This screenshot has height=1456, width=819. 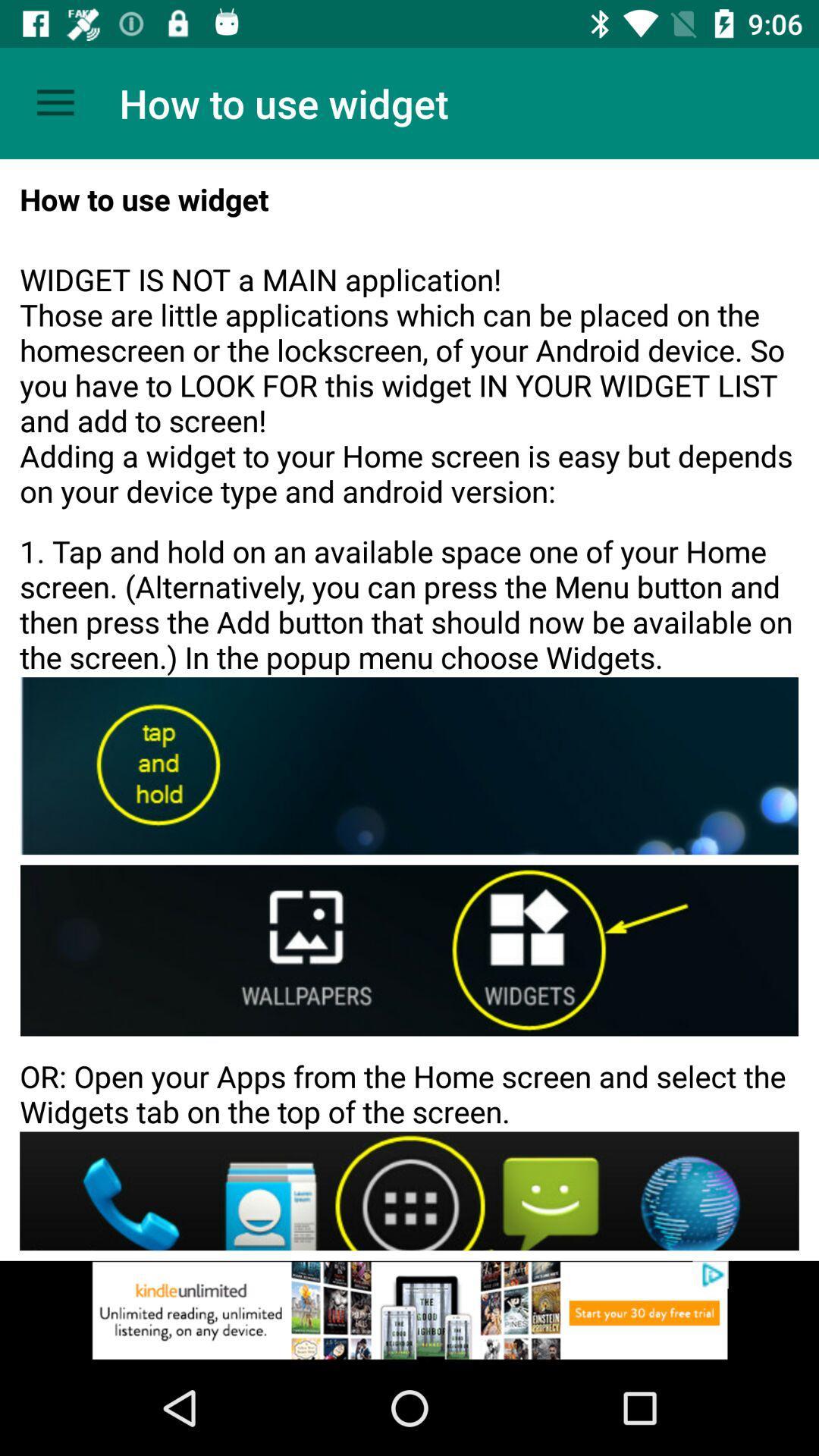 I want to click on space where you access advertising, so click(x=409, y=1310).